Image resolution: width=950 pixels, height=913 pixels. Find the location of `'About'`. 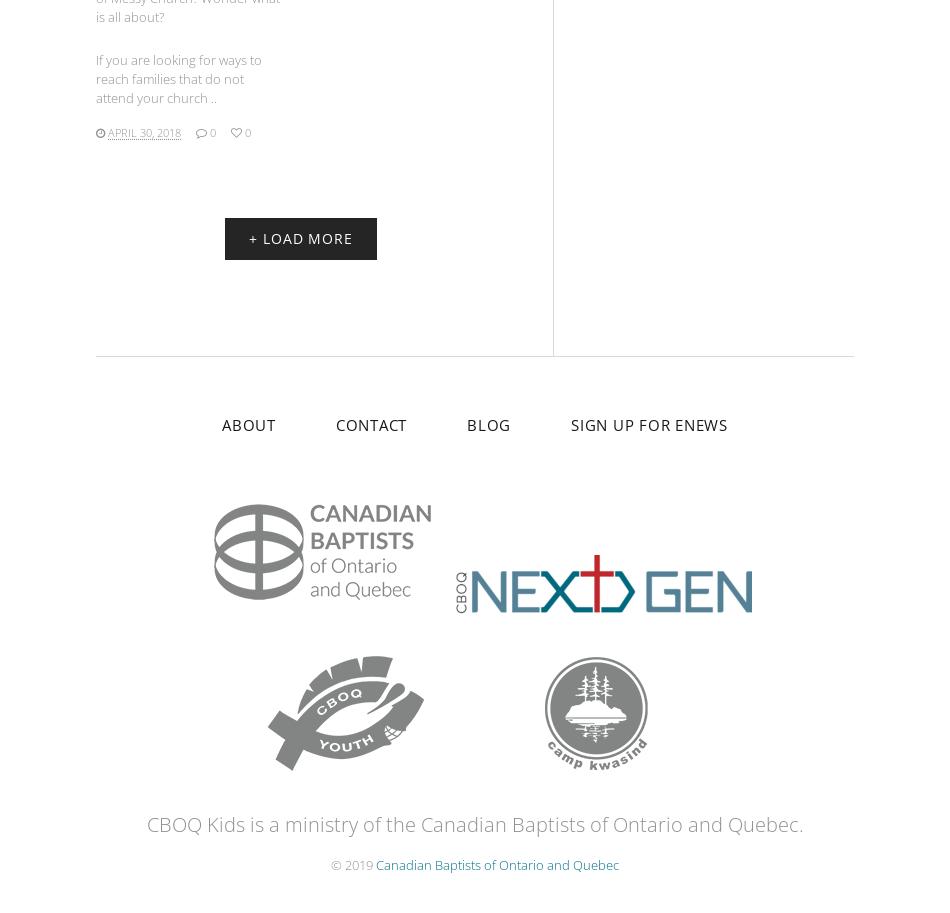

'About' is located at coordinates (247, 423).